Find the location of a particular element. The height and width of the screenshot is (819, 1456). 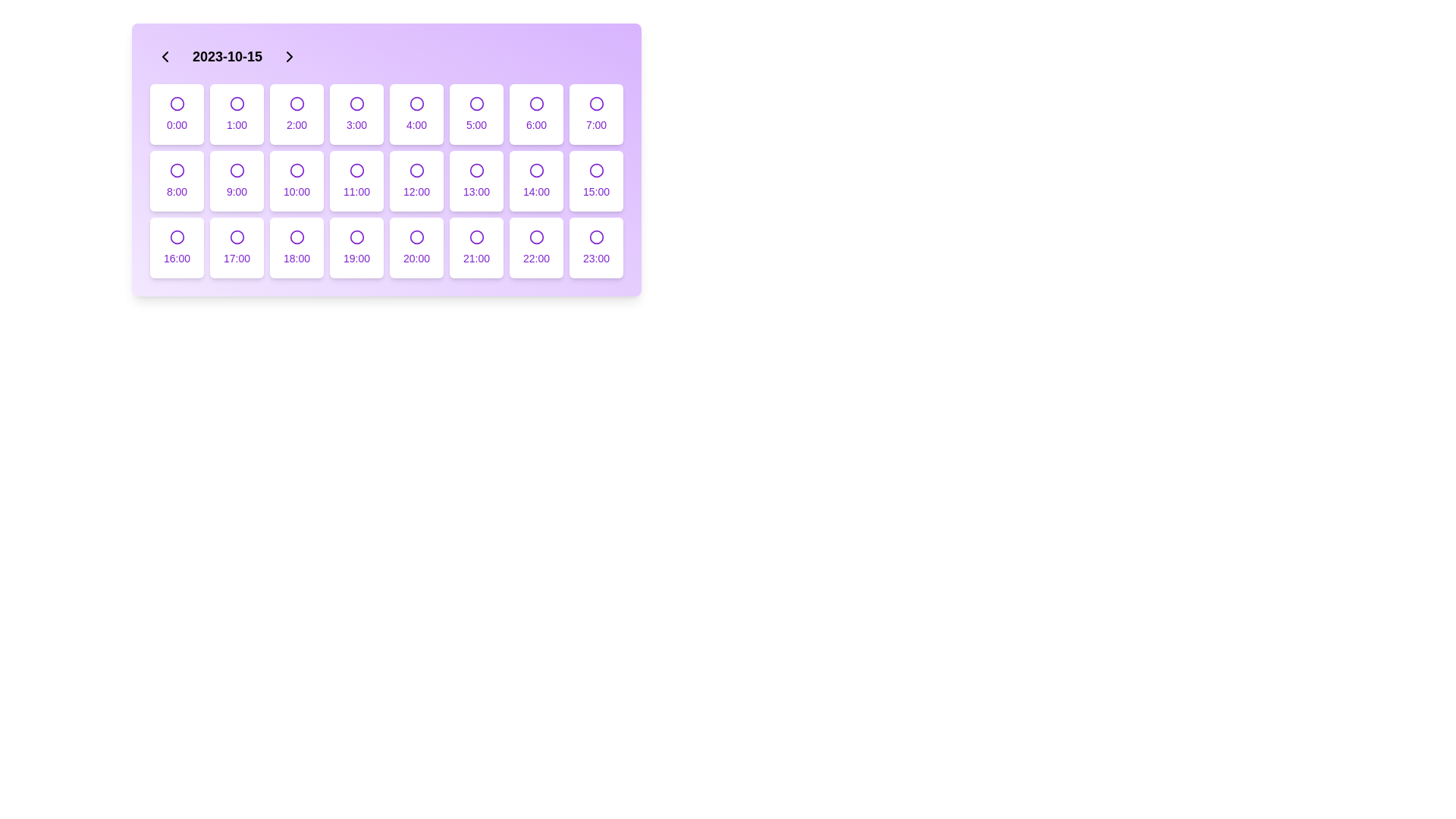

the button that displays the time '4:00' in the first row and fifth column of the calendar-like interface is located at coordinates (416, 113).